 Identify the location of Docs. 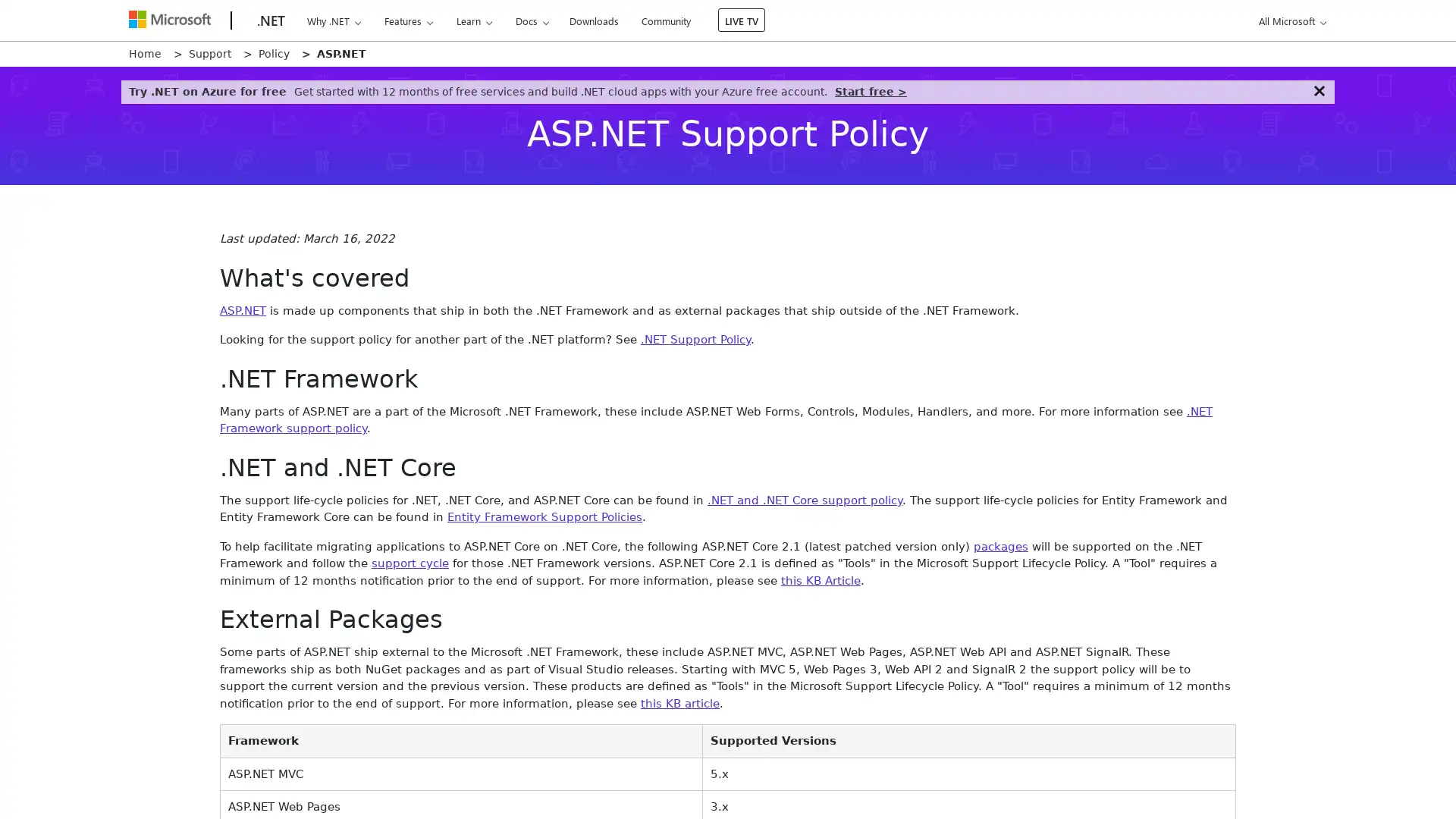
(532, 20).